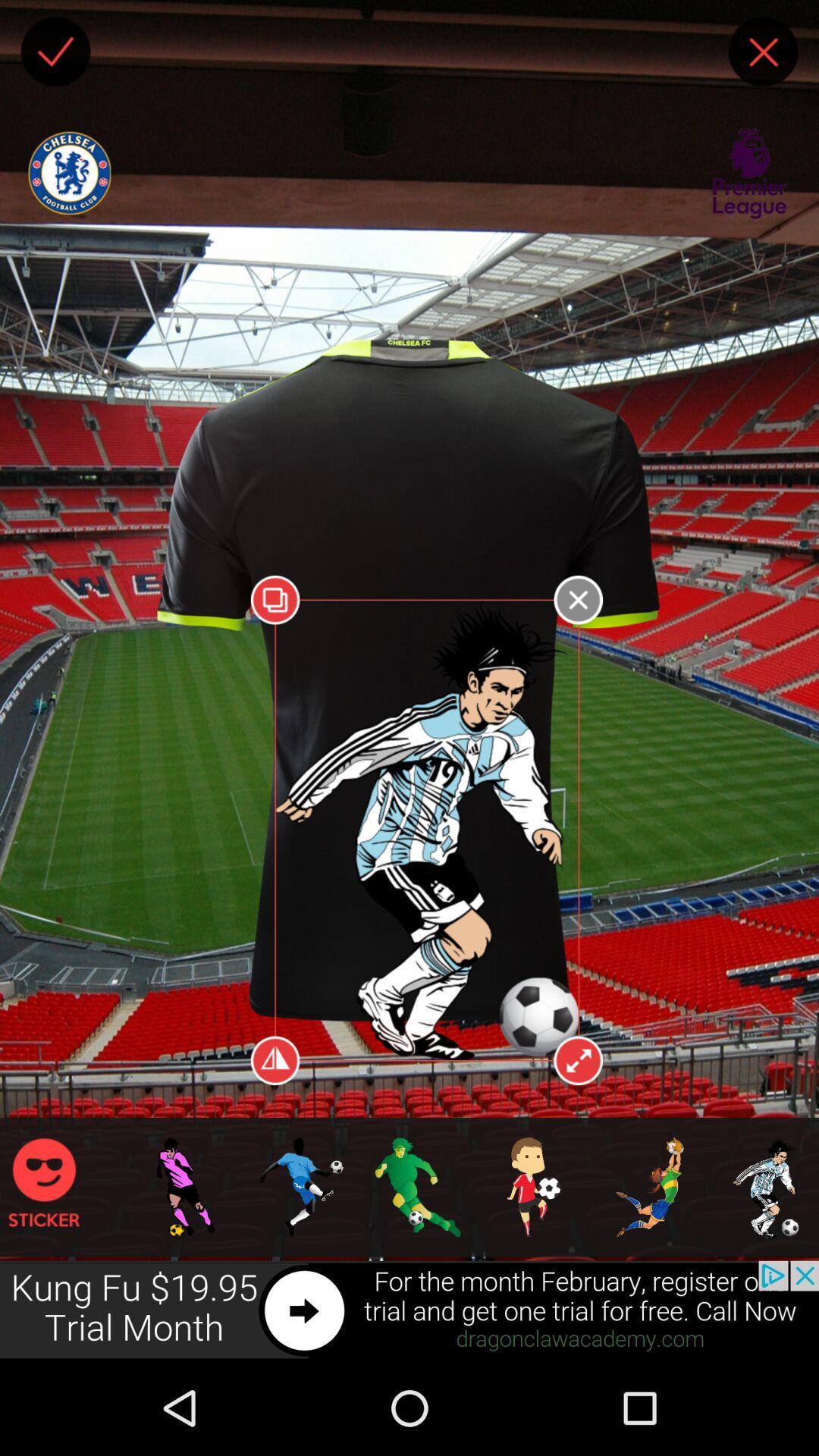 The width and height of the screenshot is (819, 1456). What do you see at coordinates (149, 968) in the screenshot?
I see `football shirt` at bounding box center [149, 968].